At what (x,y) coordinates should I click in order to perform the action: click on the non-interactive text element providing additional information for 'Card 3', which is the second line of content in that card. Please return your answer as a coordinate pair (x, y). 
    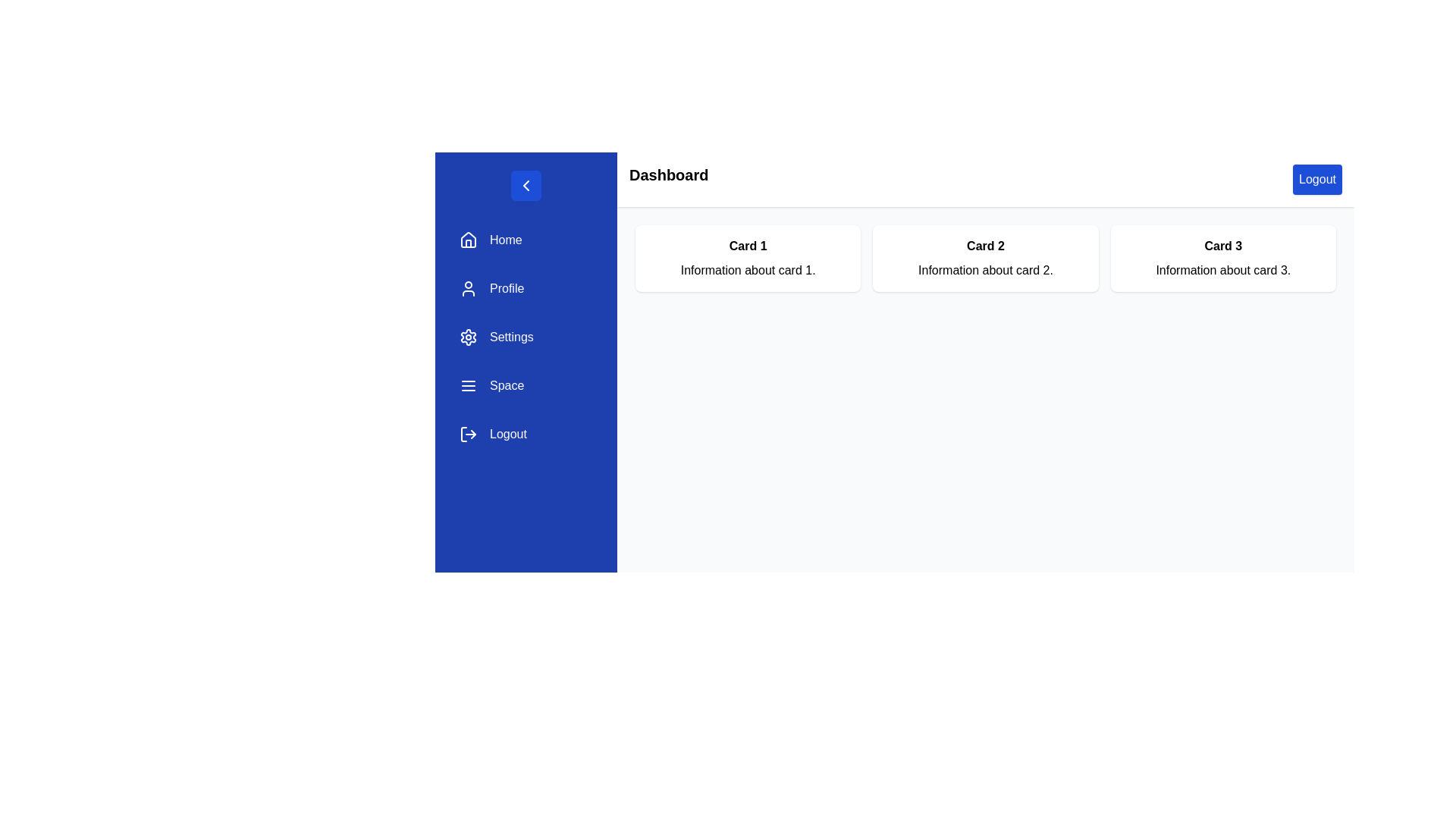
    Looking at the image, I should click on (1223, 270).